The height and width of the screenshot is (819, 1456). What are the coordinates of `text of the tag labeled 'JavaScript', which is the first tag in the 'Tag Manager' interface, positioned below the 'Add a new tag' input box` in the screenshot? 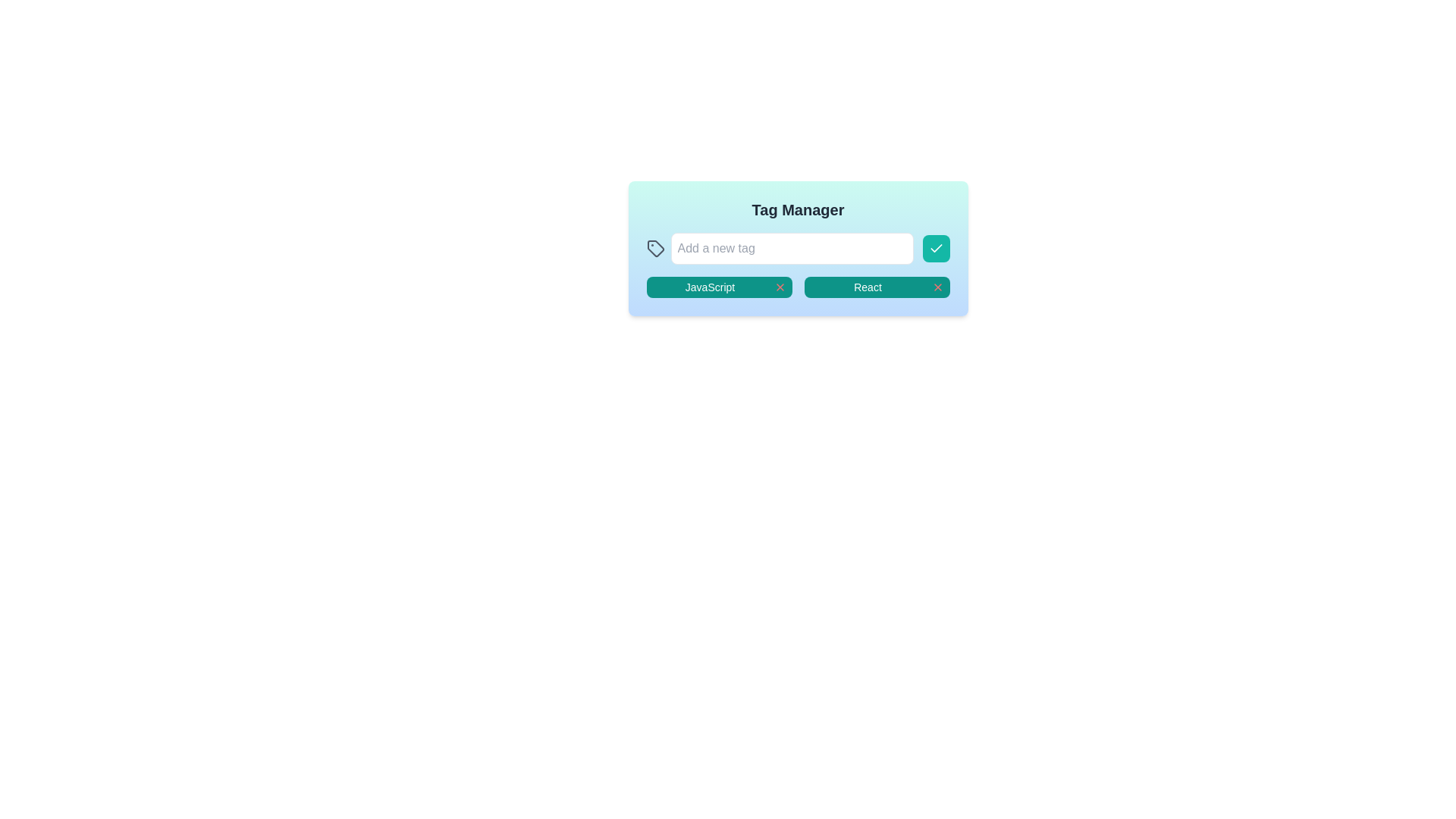 It's located at (709, 287).